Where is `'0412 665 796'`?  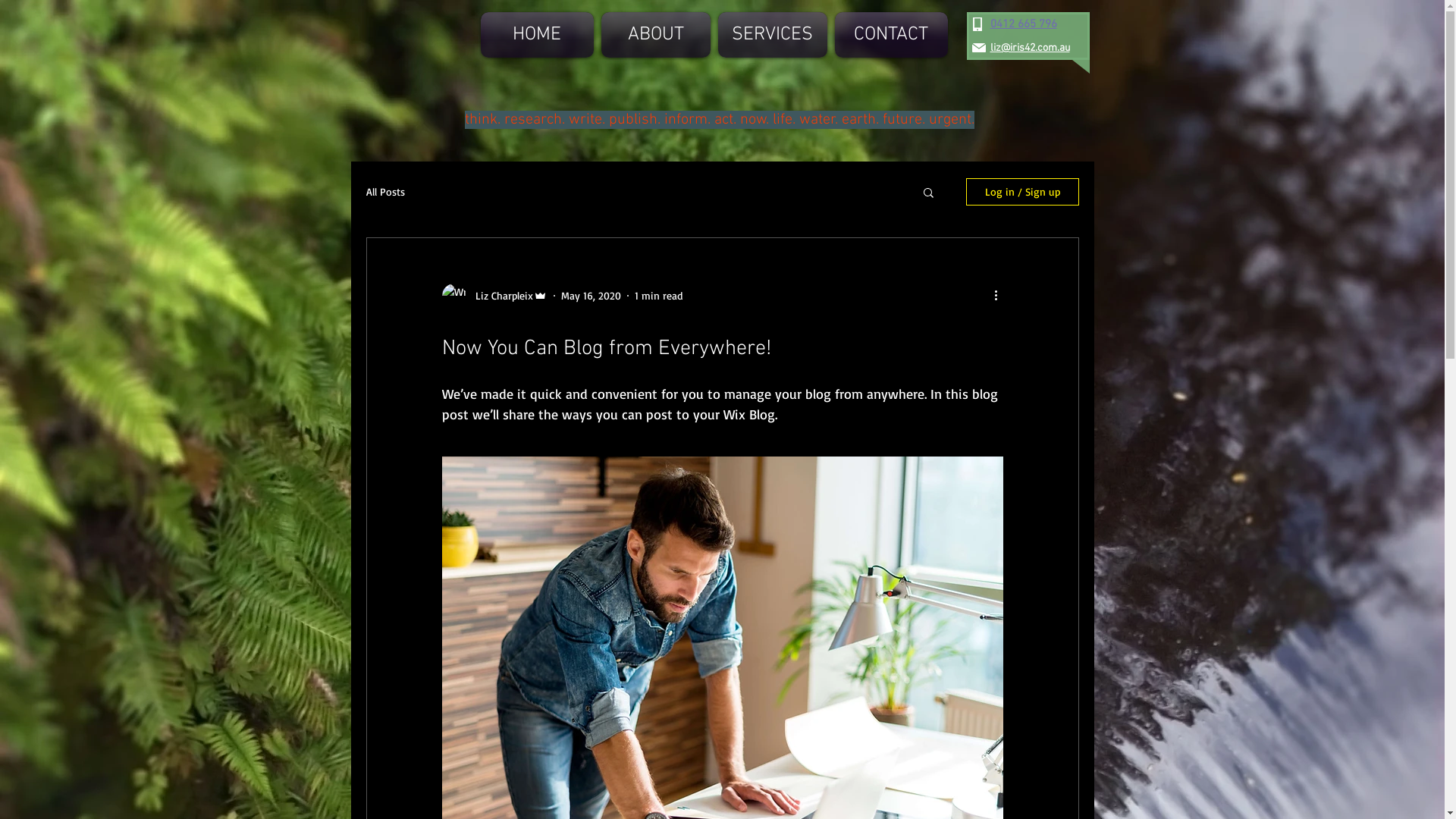
'0412 665 796' is located at coordinates (1023, 24).